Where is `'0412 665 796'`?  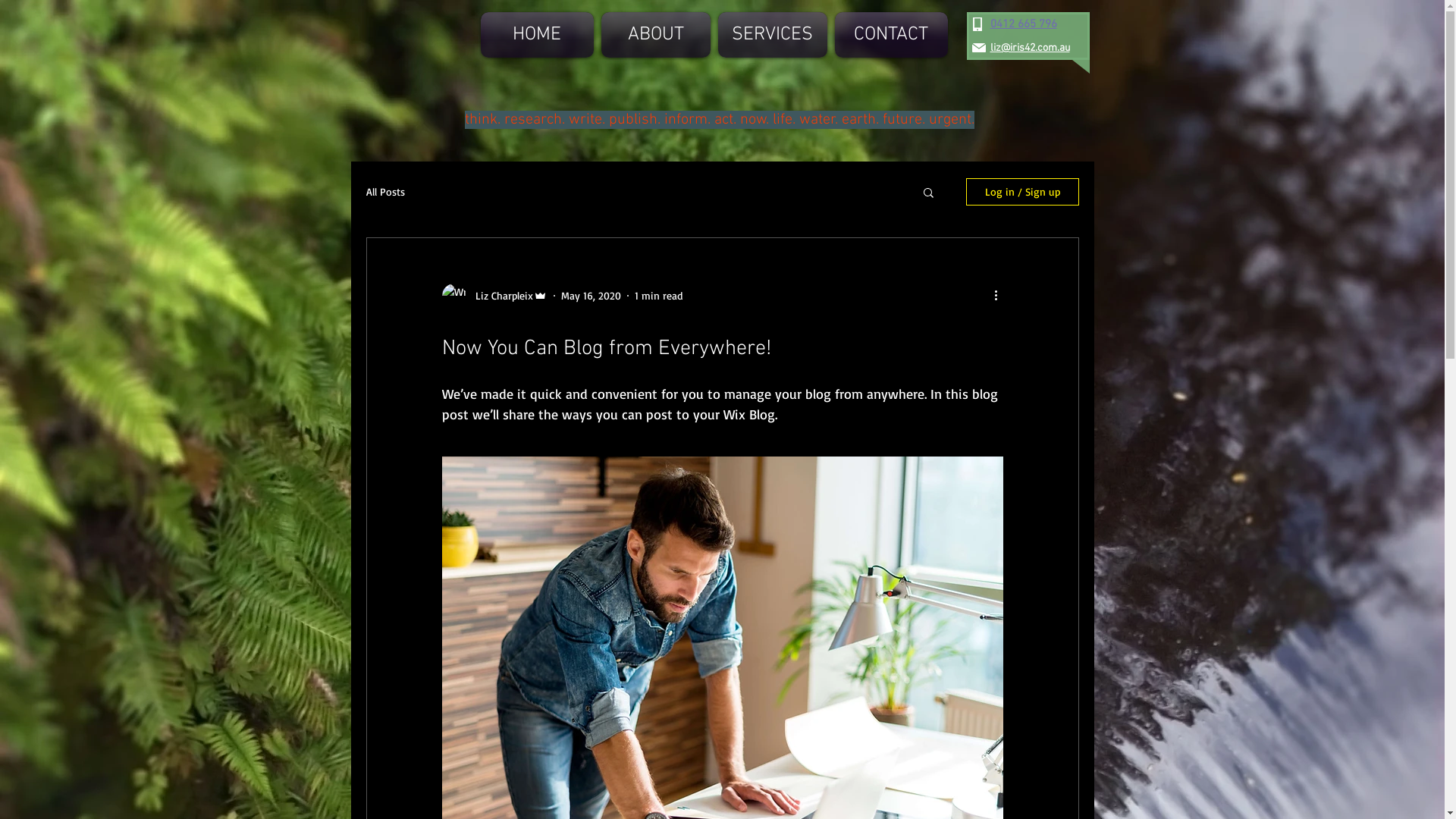
'0412 665 796' is located at coordinates (1023, 24).